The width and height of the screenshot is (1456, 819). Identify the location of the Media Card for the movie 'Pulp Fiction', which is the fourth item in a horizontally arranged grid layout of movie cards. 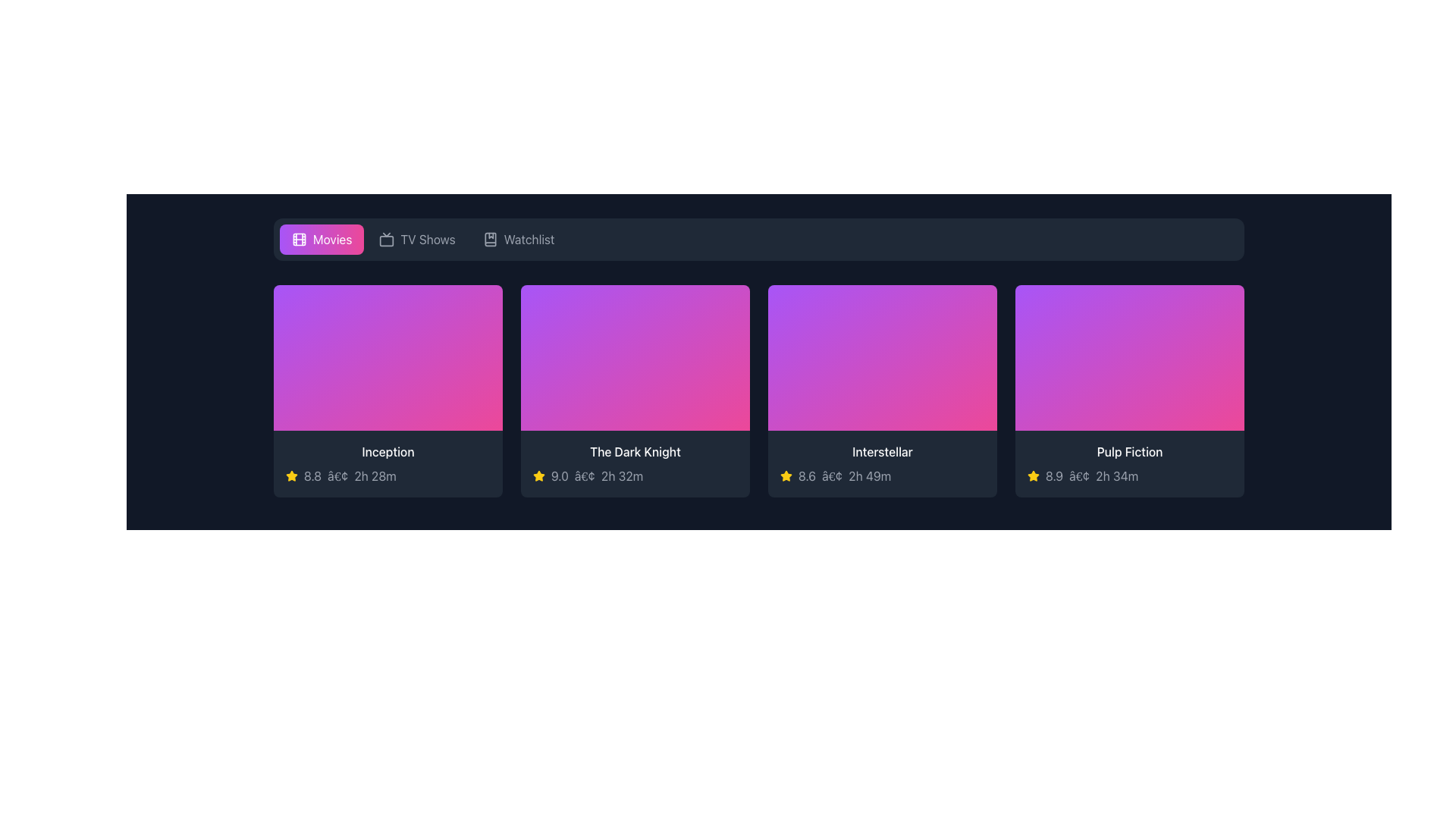
(1129, 391).